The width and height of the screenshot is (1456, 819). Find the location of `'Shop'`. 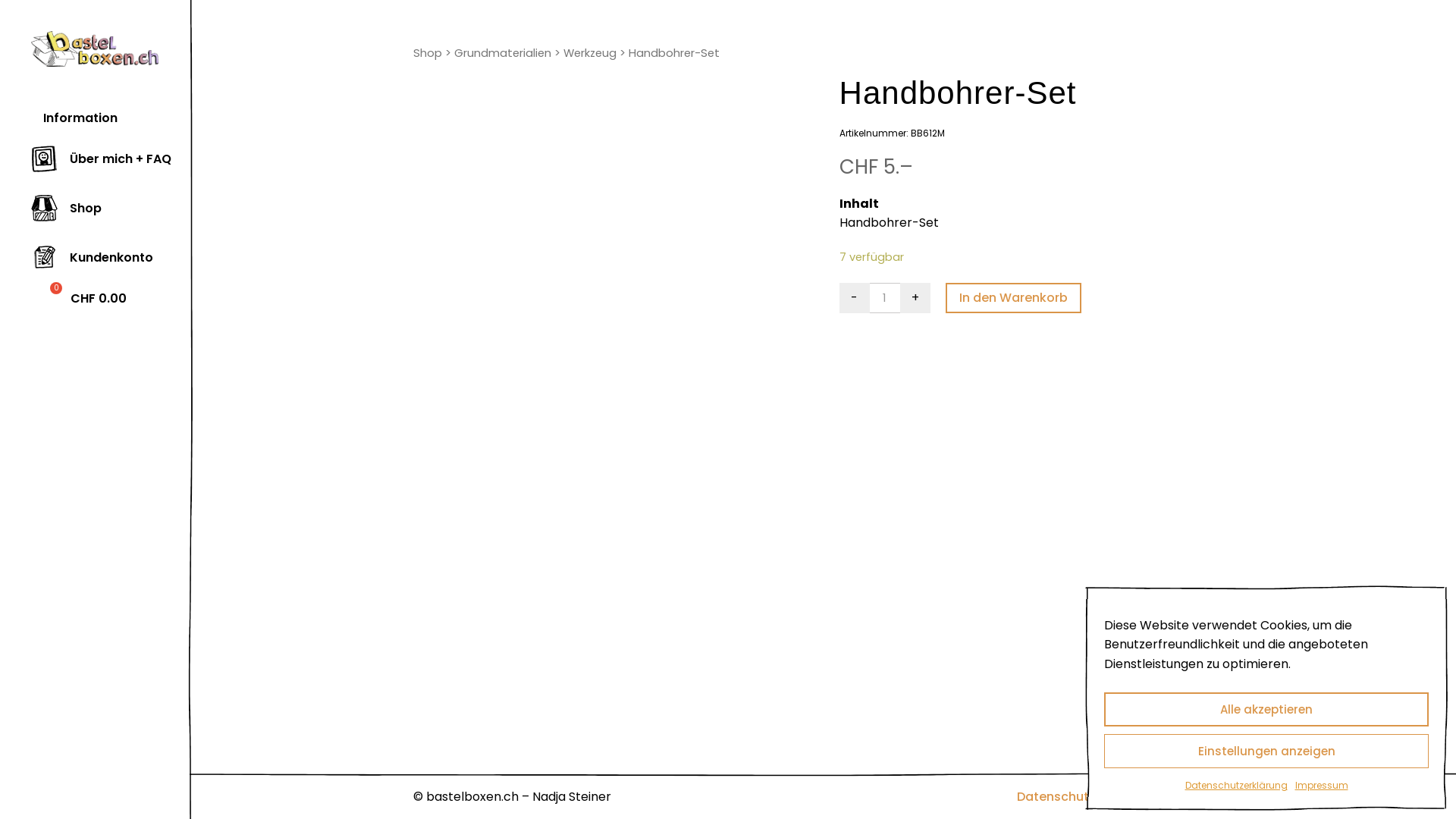

'Shop' is located at coordinates (413, 52).